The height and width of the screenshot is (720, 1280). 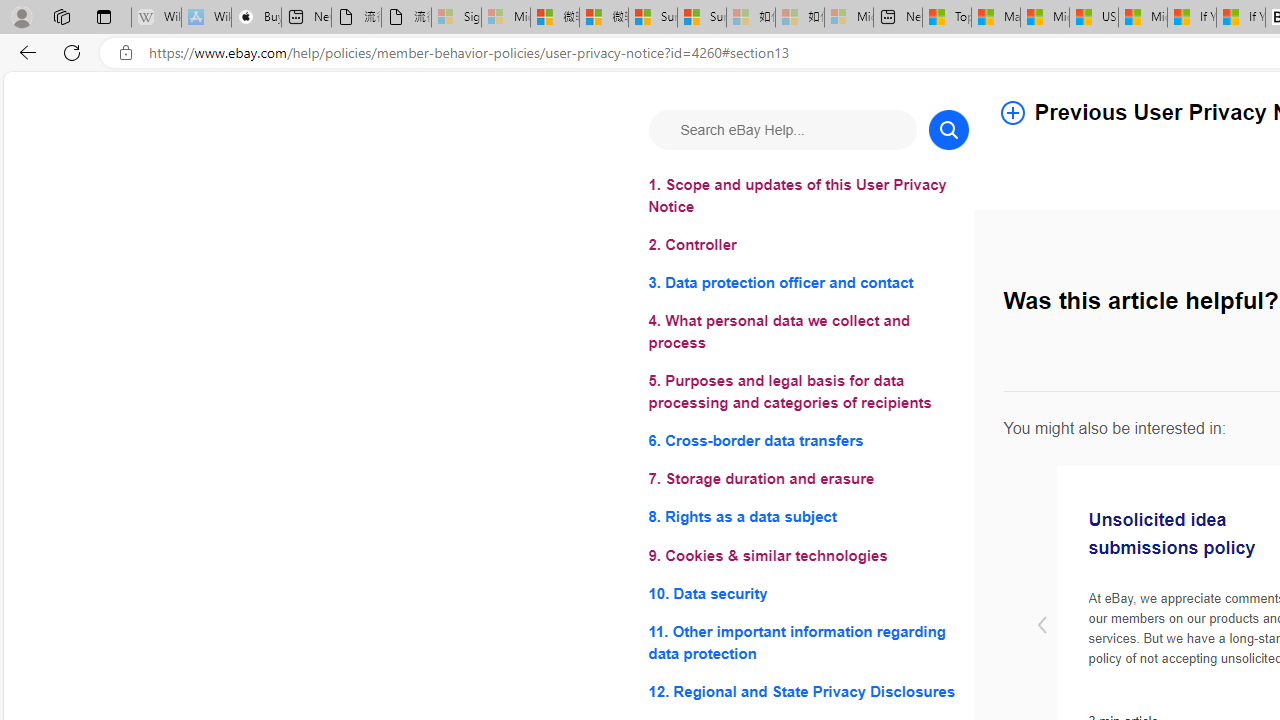 I want to click on '12. Regional and State Privacy Disclosures', so click(x=808, y=690).